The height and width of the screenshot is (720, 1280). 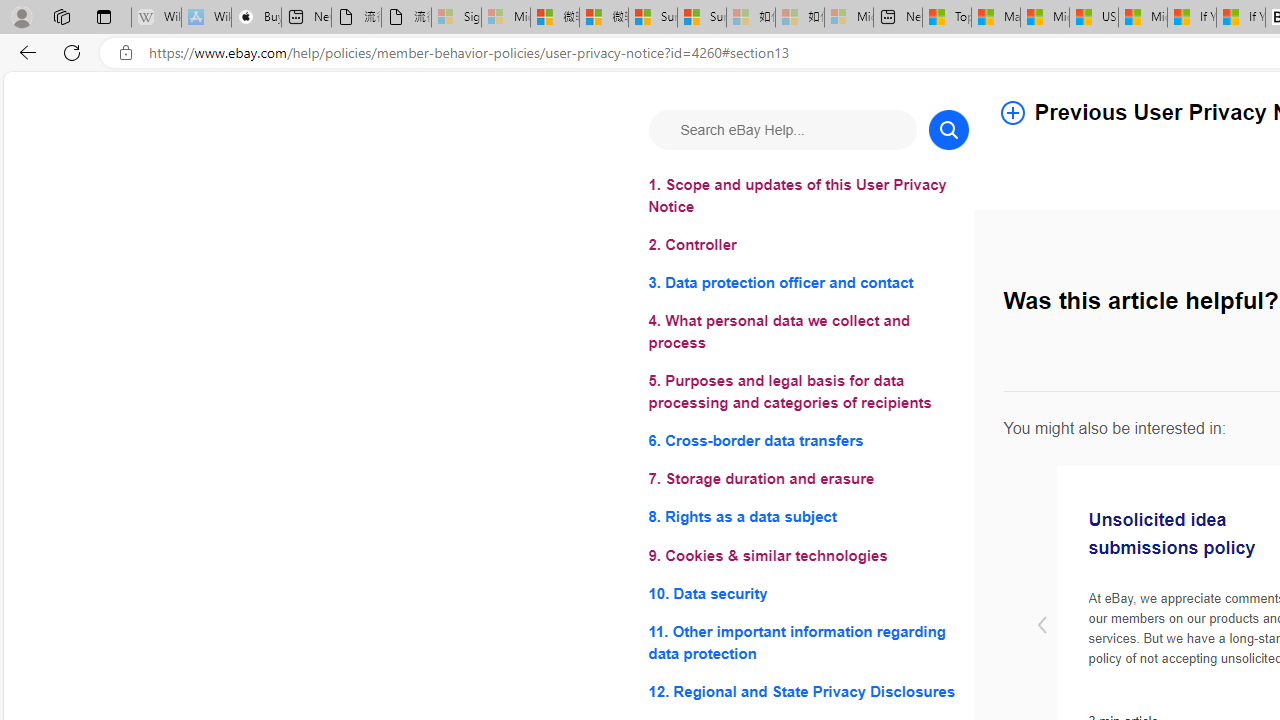 I want to click on '12. Regional and State Privacy Disclosures', so click(x=808, y=690).